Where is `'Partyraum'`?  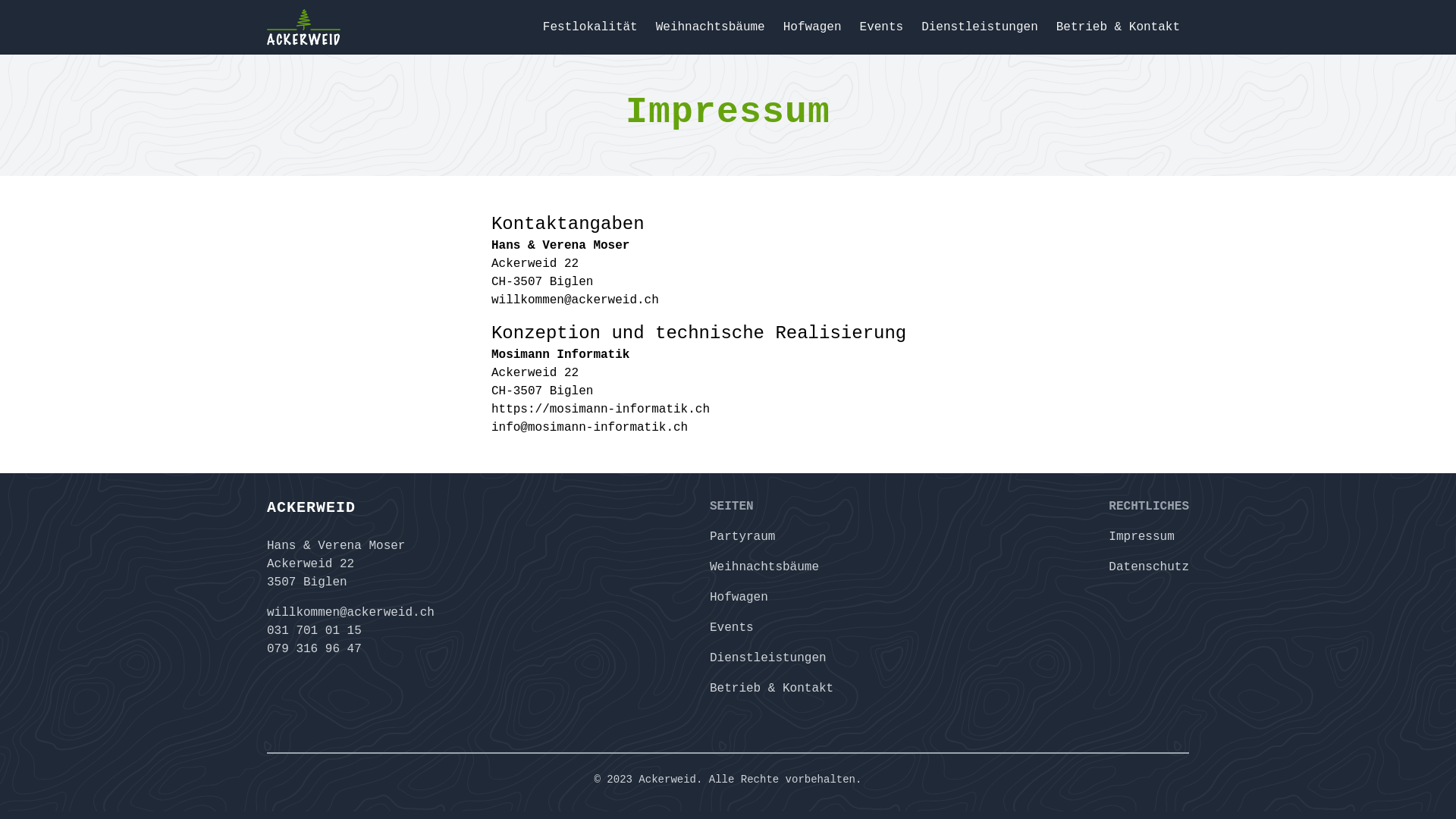
'Partyraum' is located at coordinates (709, 536).